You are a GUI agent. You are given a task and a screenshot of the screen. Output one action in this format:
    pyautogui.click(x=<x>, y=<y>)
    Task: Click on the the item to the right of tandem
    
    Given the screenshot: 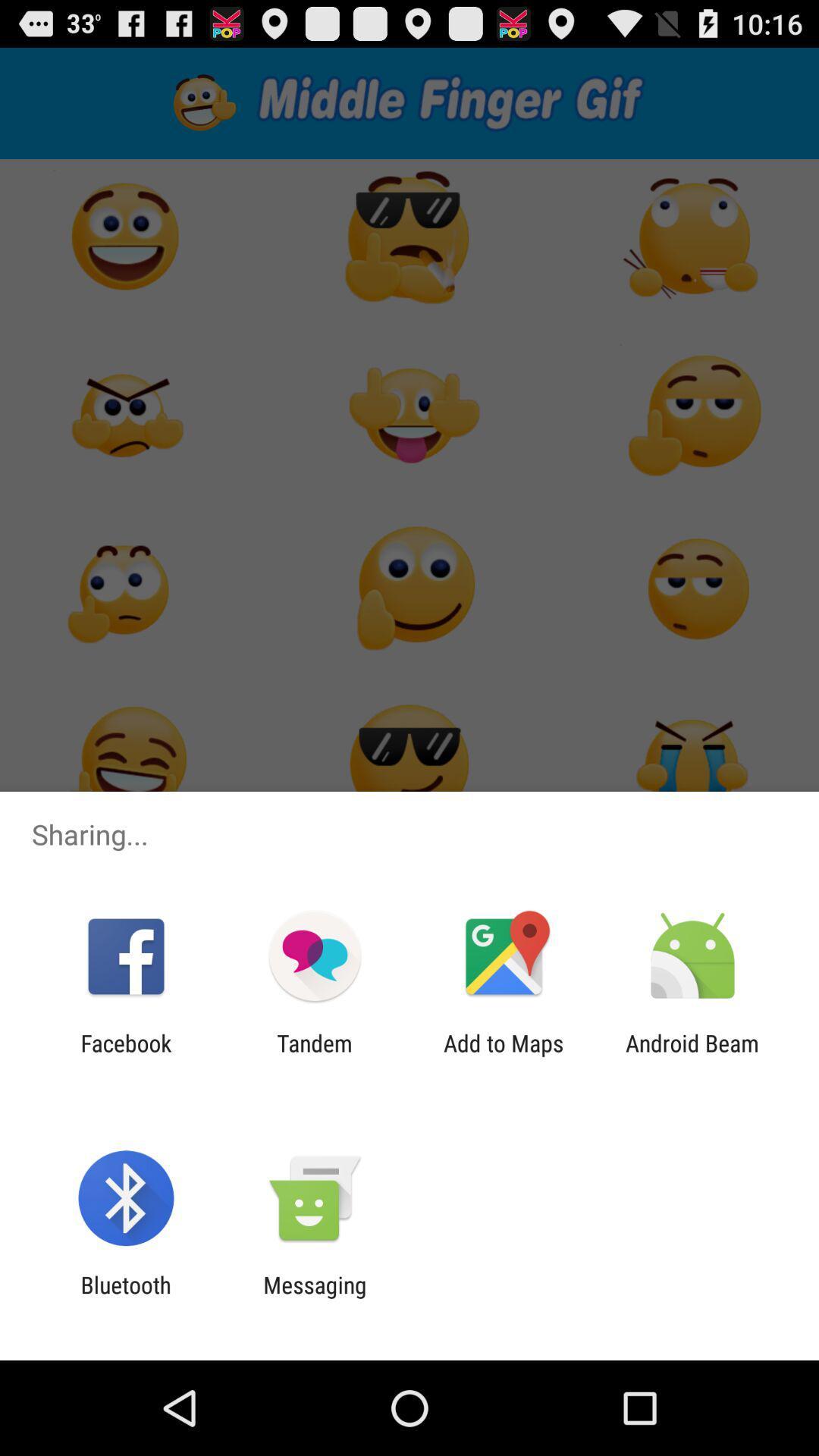 What is the action you would take?
    pyautogui.click(x=504, y=1056)
    